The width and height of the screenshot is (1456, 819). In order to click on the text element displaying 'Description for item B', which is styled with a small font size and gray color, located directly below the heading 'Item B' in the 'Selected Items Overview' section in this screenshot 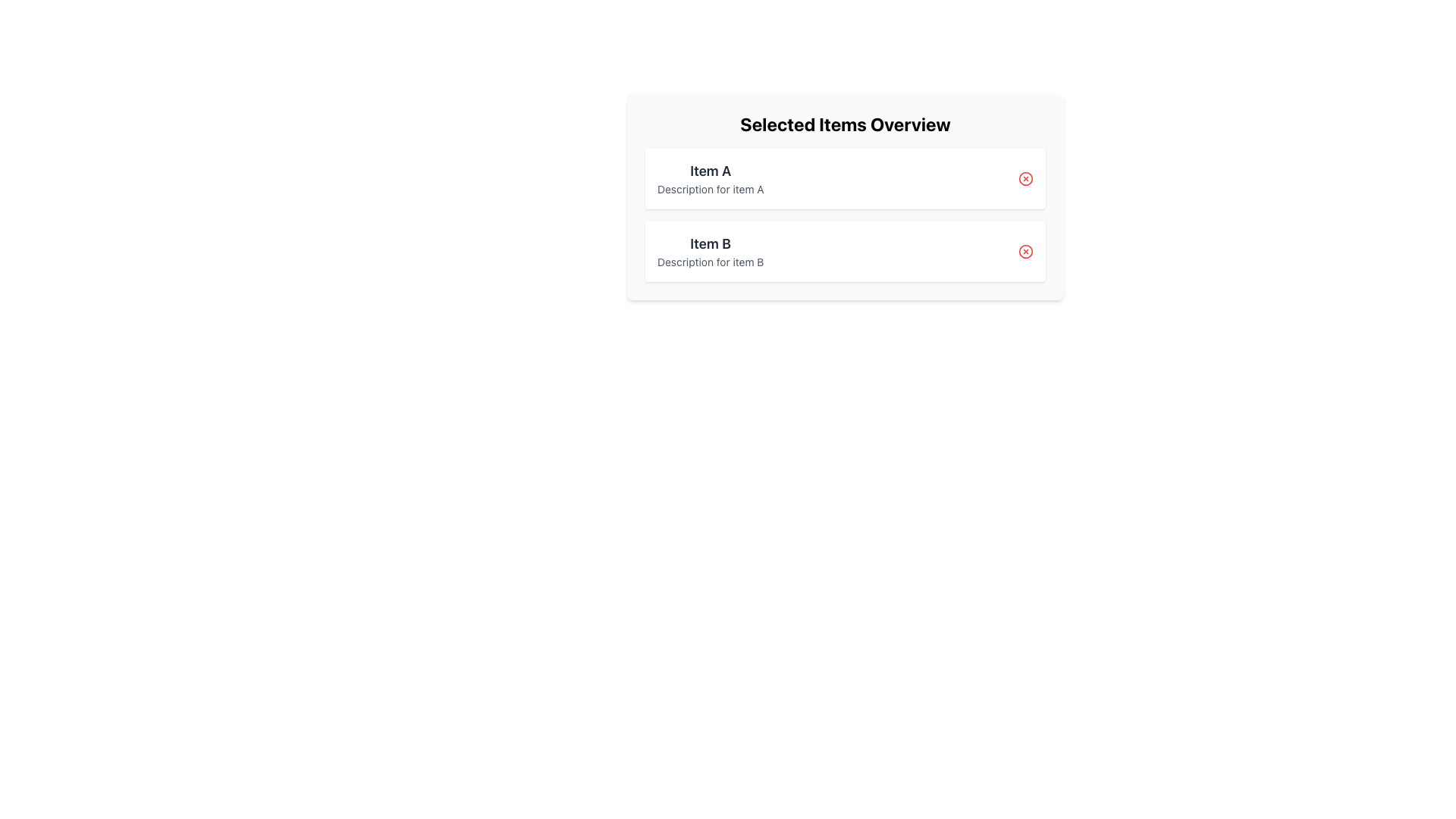, I will do `click(710, 262)`.